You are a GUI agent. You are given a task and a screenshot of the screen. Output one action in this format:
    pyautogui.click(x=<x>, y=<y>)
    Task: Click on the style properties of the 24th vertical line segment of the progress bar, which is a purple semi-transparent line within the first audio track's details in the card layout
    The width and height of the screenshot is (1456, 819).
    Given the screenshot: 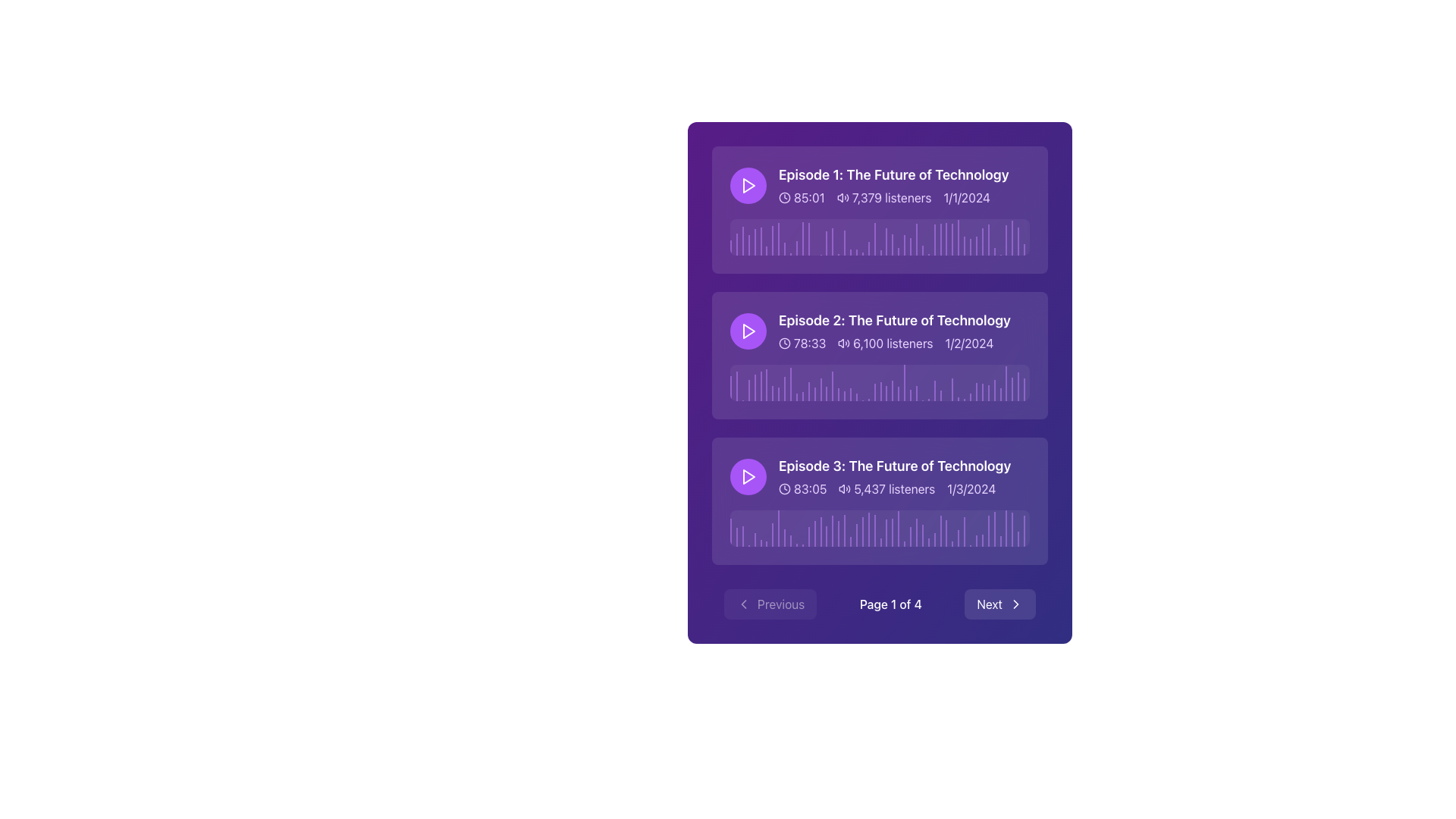 What is the action you would take?
    pyautogui.click(x=868, y=248)
    